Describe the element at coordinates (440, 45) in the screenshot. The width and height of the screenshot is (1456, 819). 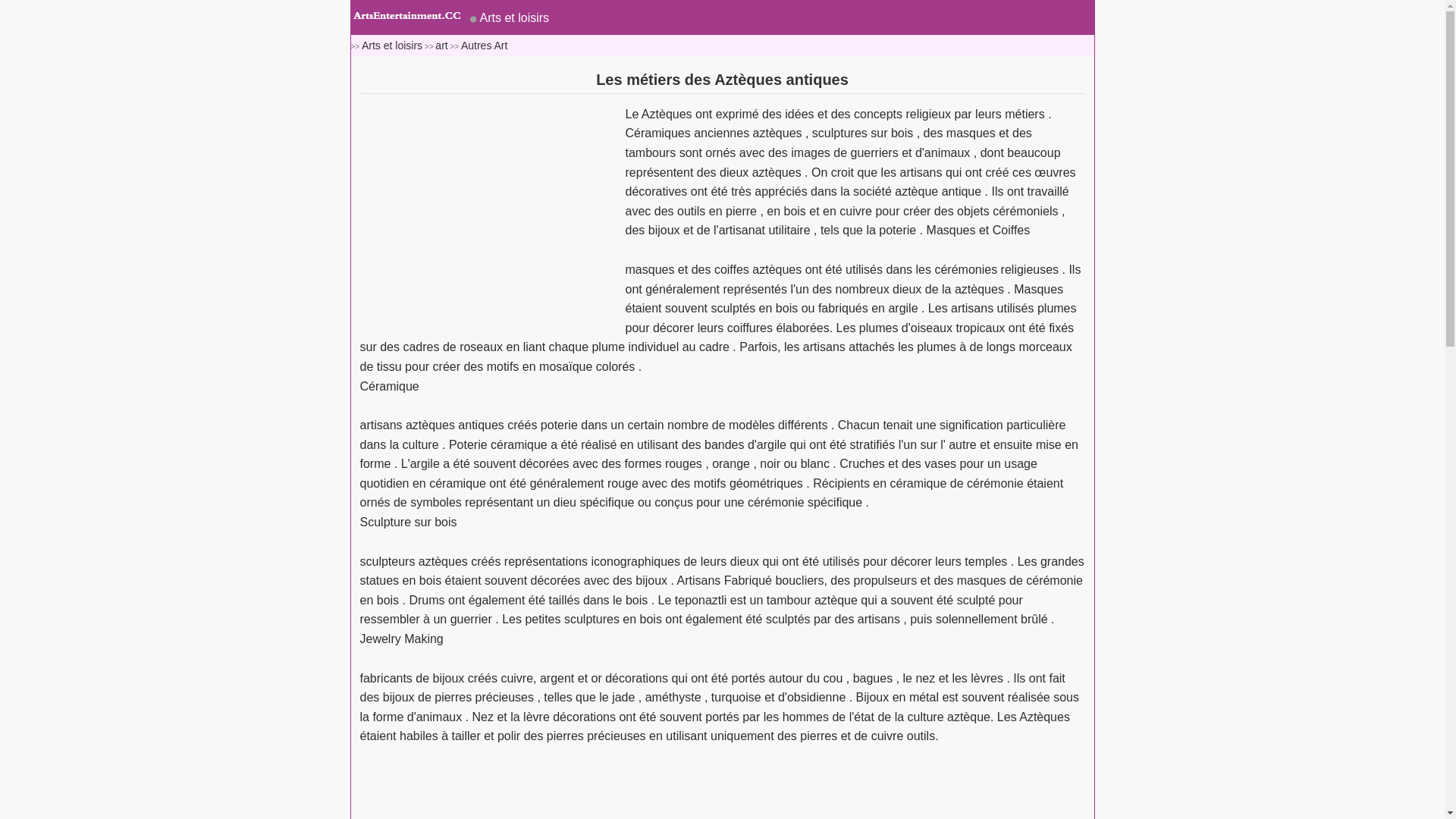
I see `'art'` at that location.